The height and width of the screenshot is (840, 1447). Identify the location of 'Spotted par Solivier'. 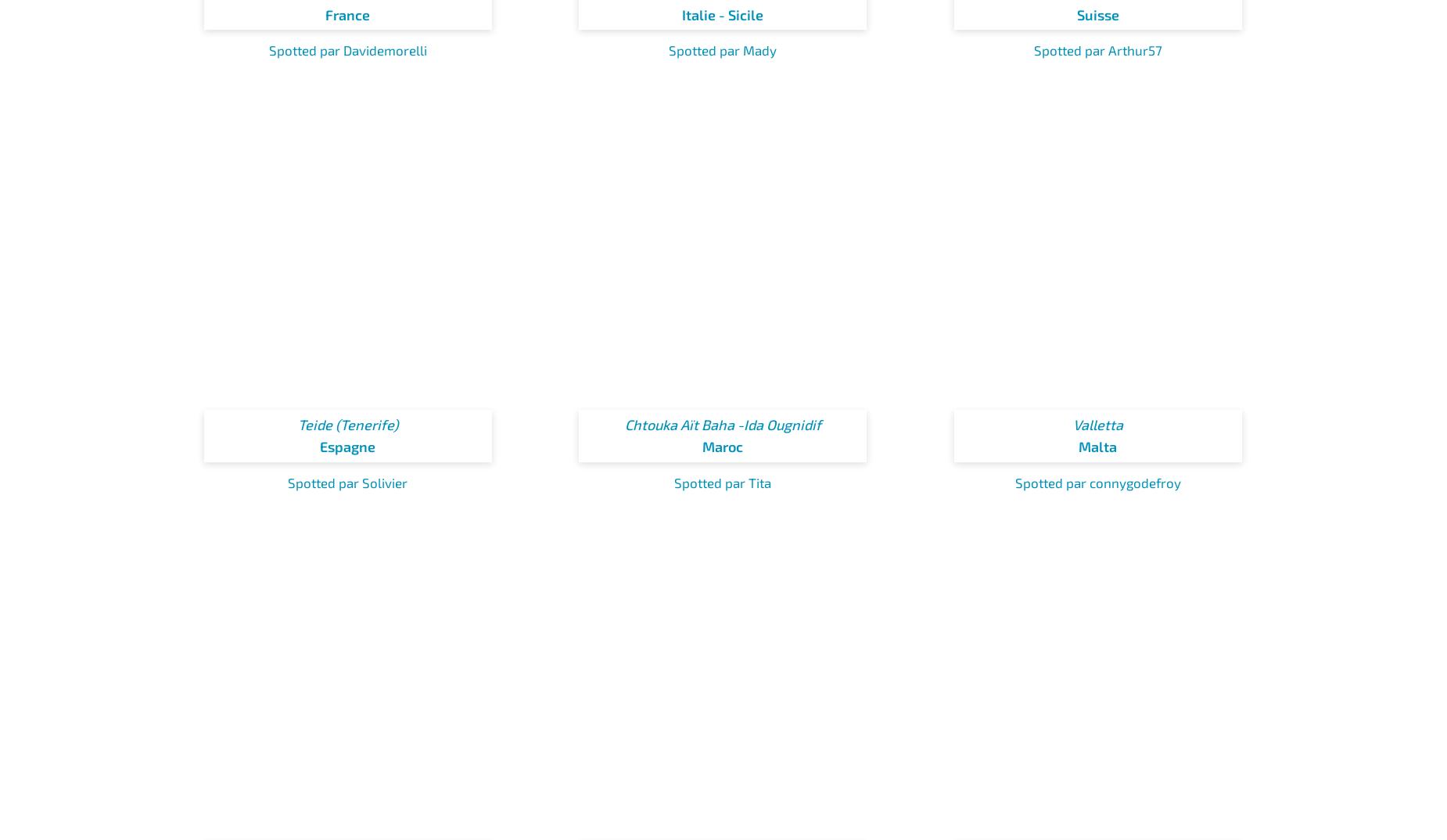
(346, 483).